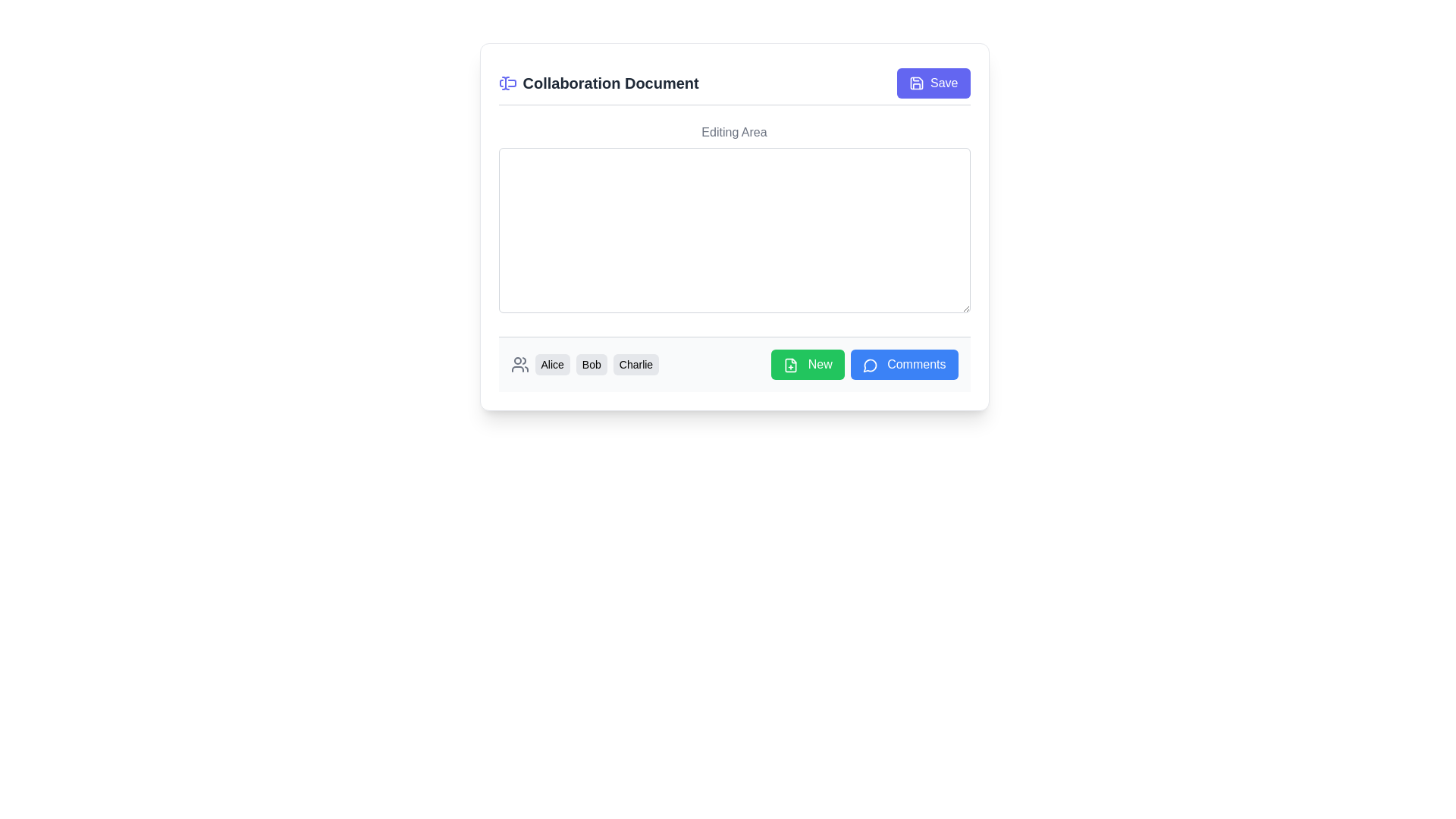  Describe the element at coordinates (636, 365) in the screenshot. I see `the text label element displaying 'Charlie', which is the rightmost button in a row of three buttons labeled 'Alice', 'Bob', and 'Charlie'` at that location.